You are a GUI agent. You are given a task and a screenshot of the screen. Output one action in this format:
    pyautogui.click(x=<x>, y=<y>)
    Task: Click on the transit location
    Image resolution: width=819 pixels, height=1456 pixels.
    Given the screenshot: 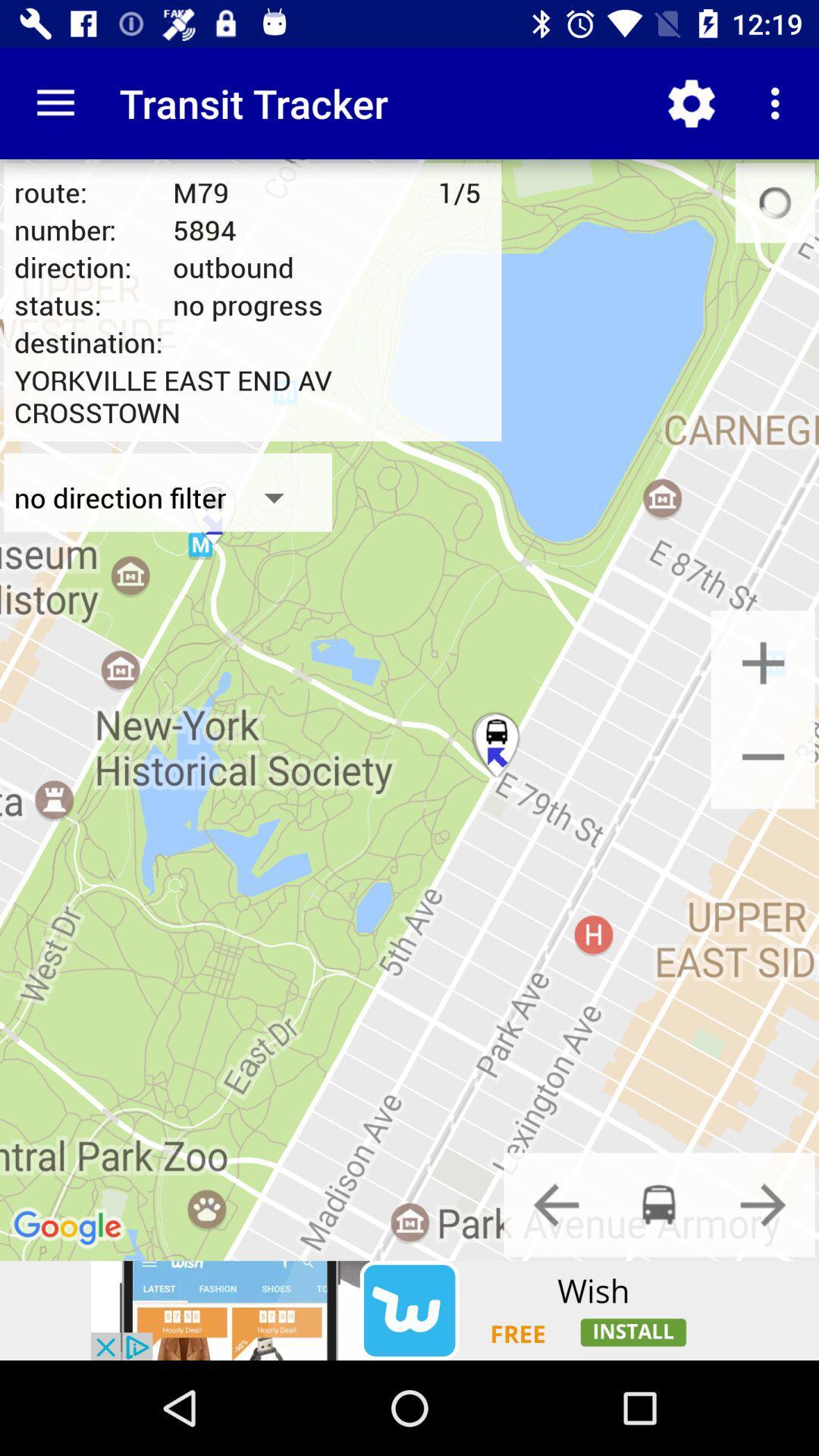 What is the action you would take?
    pyautogui.click(x=658, y=1203)
    